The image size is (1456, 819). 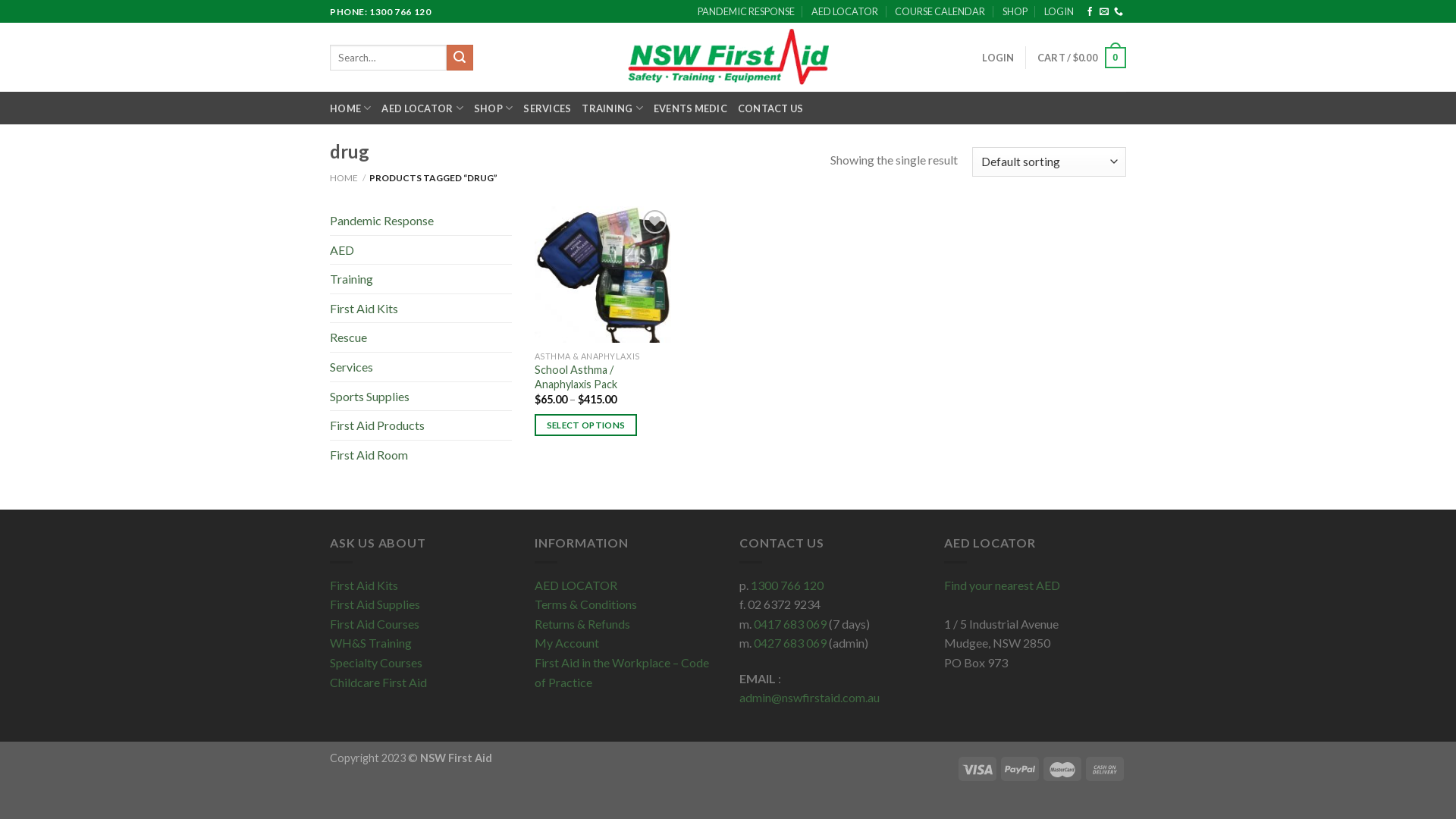 I want to click on 'Follow on Facebook', so click(x=1088, y=11).